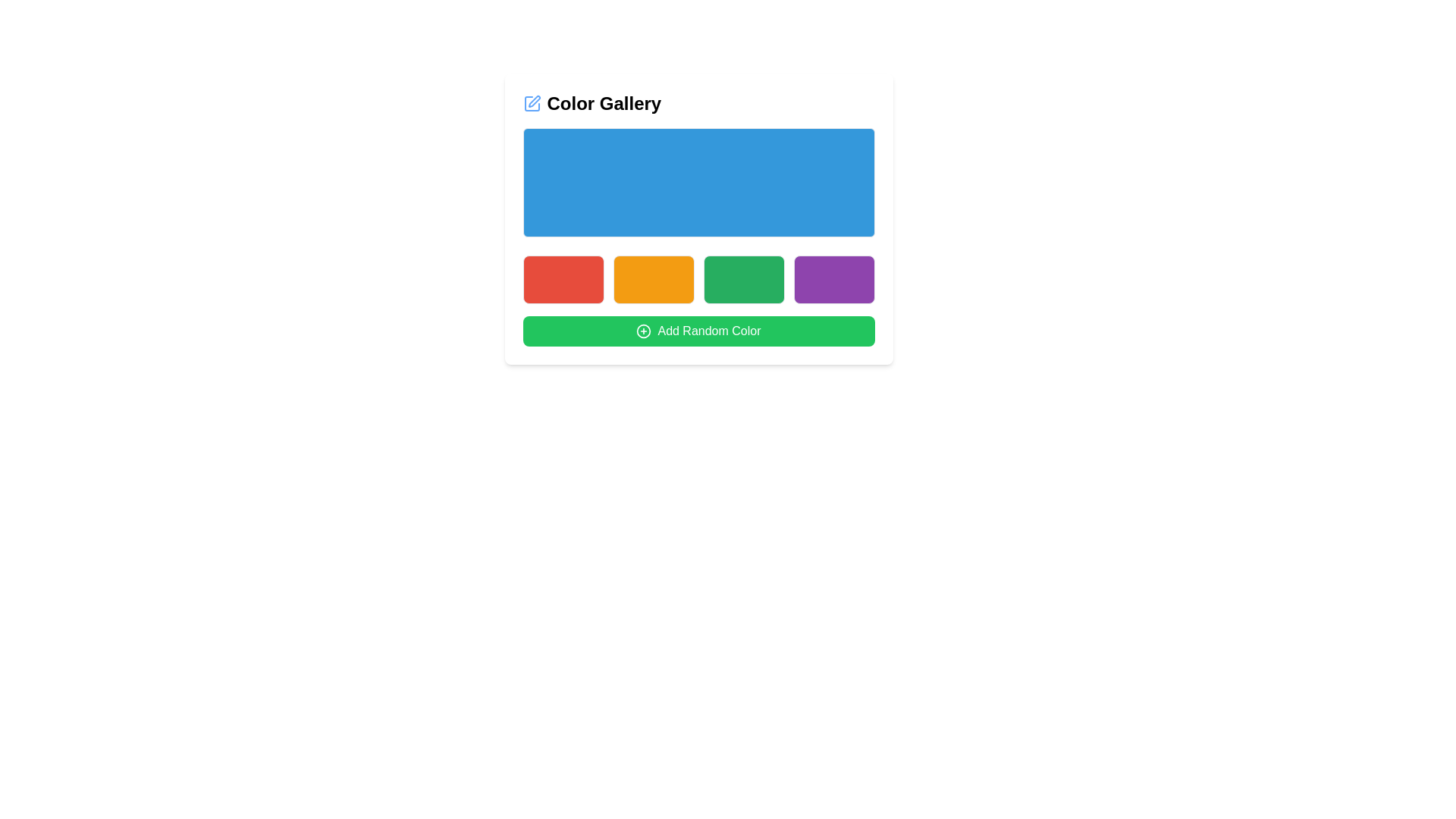 The height and width of the screenshot is (819, 1456). What do you see at coordinates (654, 280) in the screenshot?
I see `the orange action button located in the color palette, which is the second button in a row of four, positioned beneath a blue rectangle and above a green button labeled 'Add Random Color'` at bounding box center [654, 280].